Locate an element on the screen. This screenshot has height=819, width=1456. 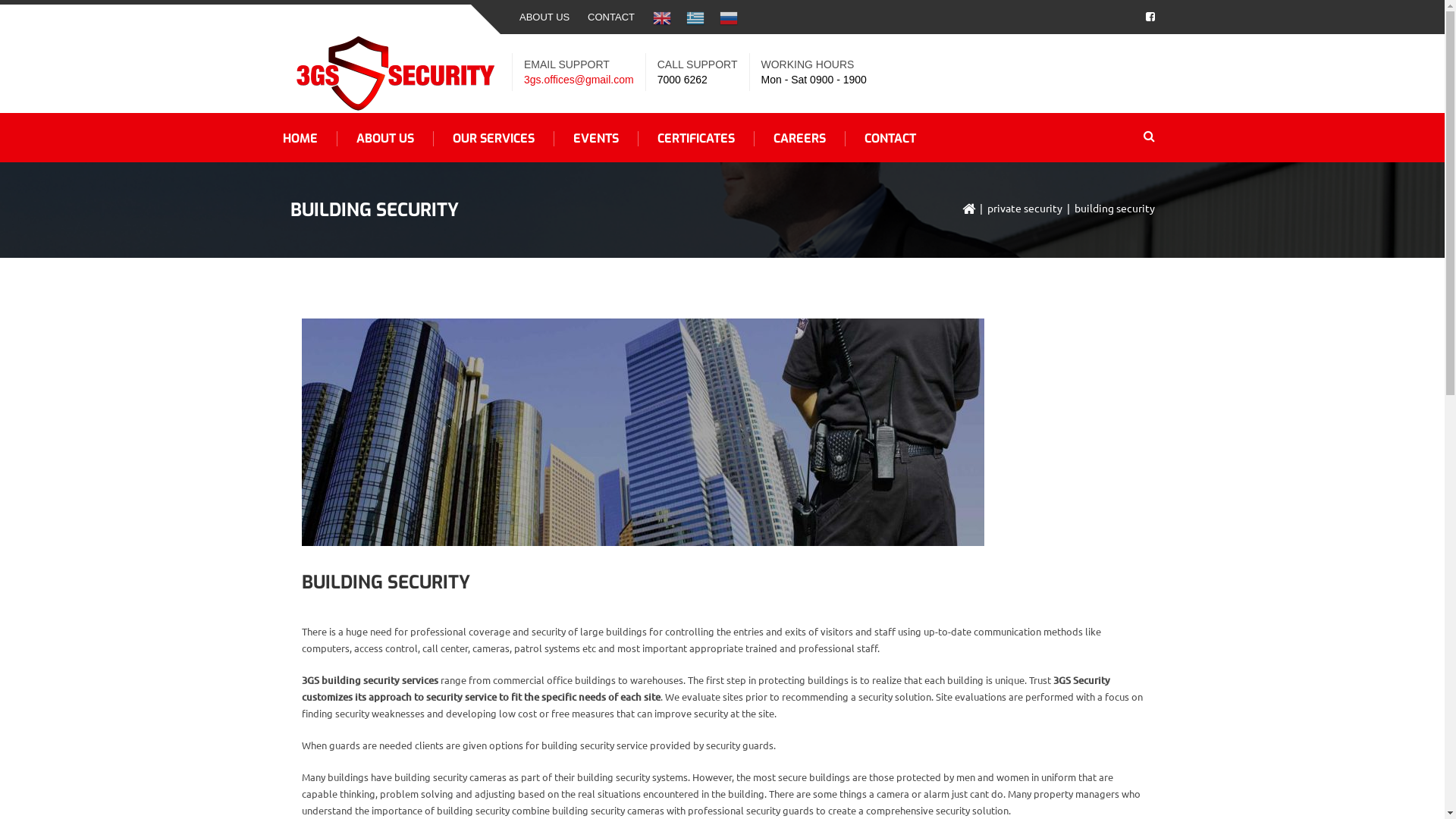
'CERTIFICATES' is located at coordinates (638, 138).